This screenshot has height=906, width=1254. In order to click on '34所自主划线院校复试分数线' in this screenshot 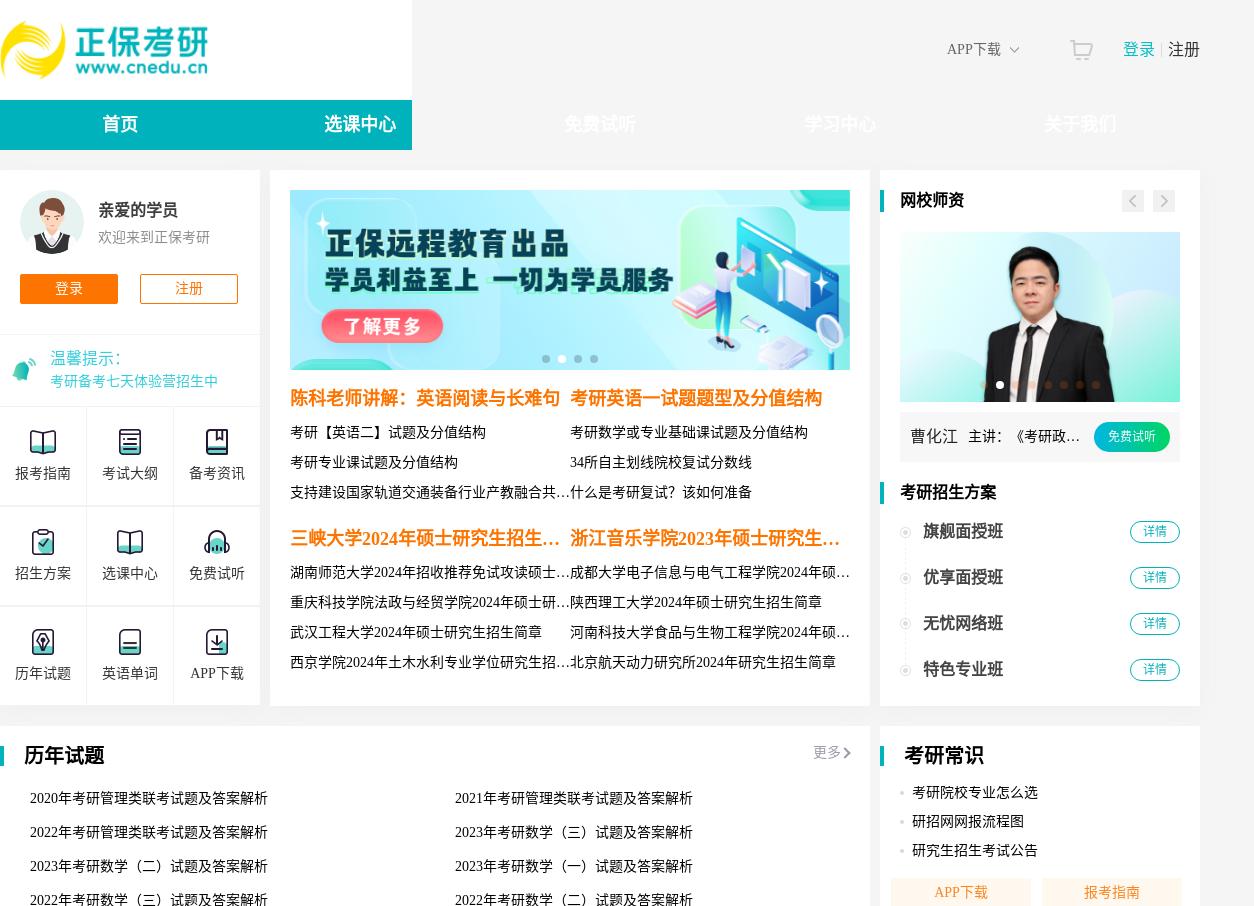, I will do `click(660, 461)`.